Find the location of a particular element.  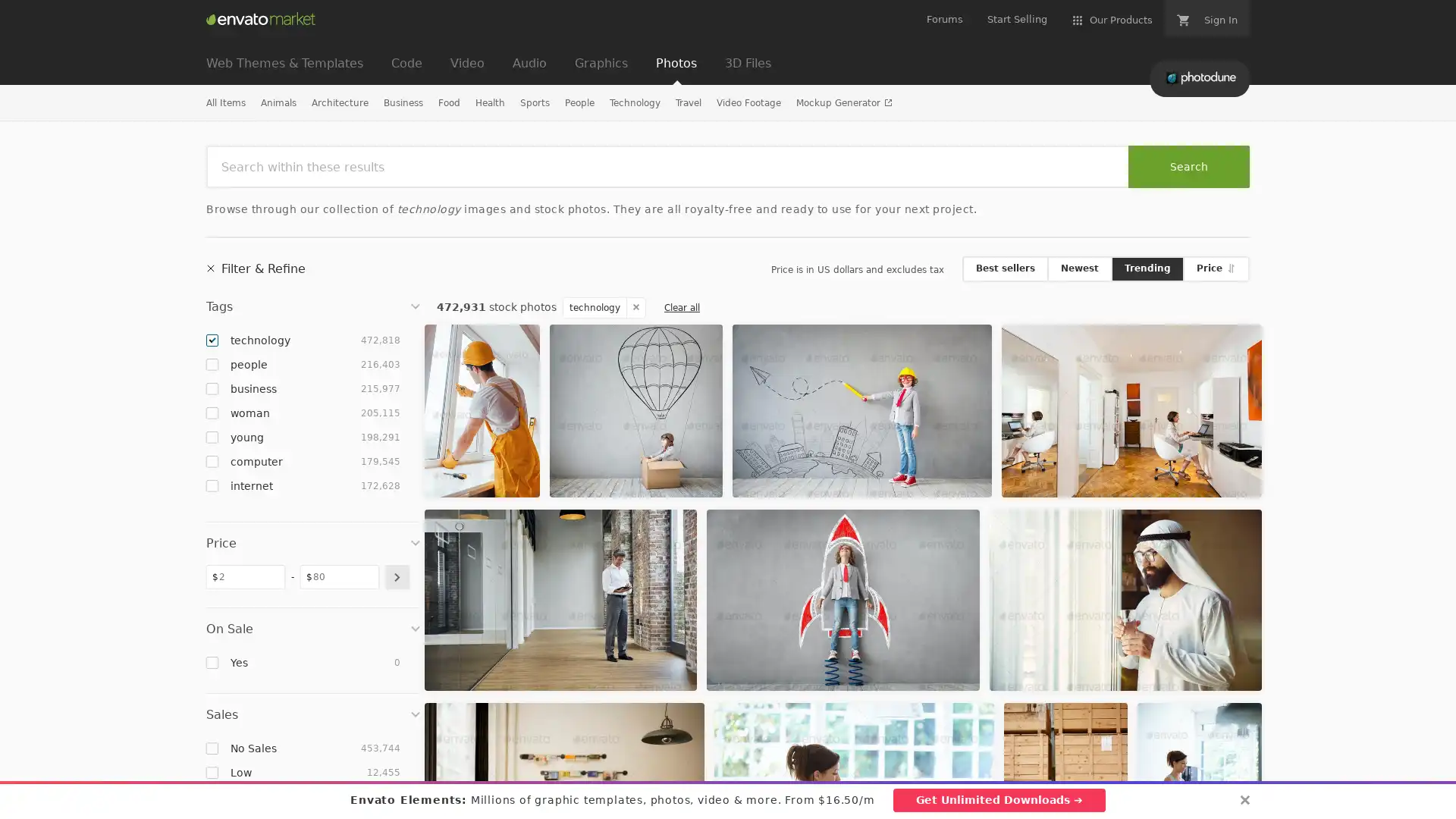

Add to Favorites is located at coordinates (683, 721).